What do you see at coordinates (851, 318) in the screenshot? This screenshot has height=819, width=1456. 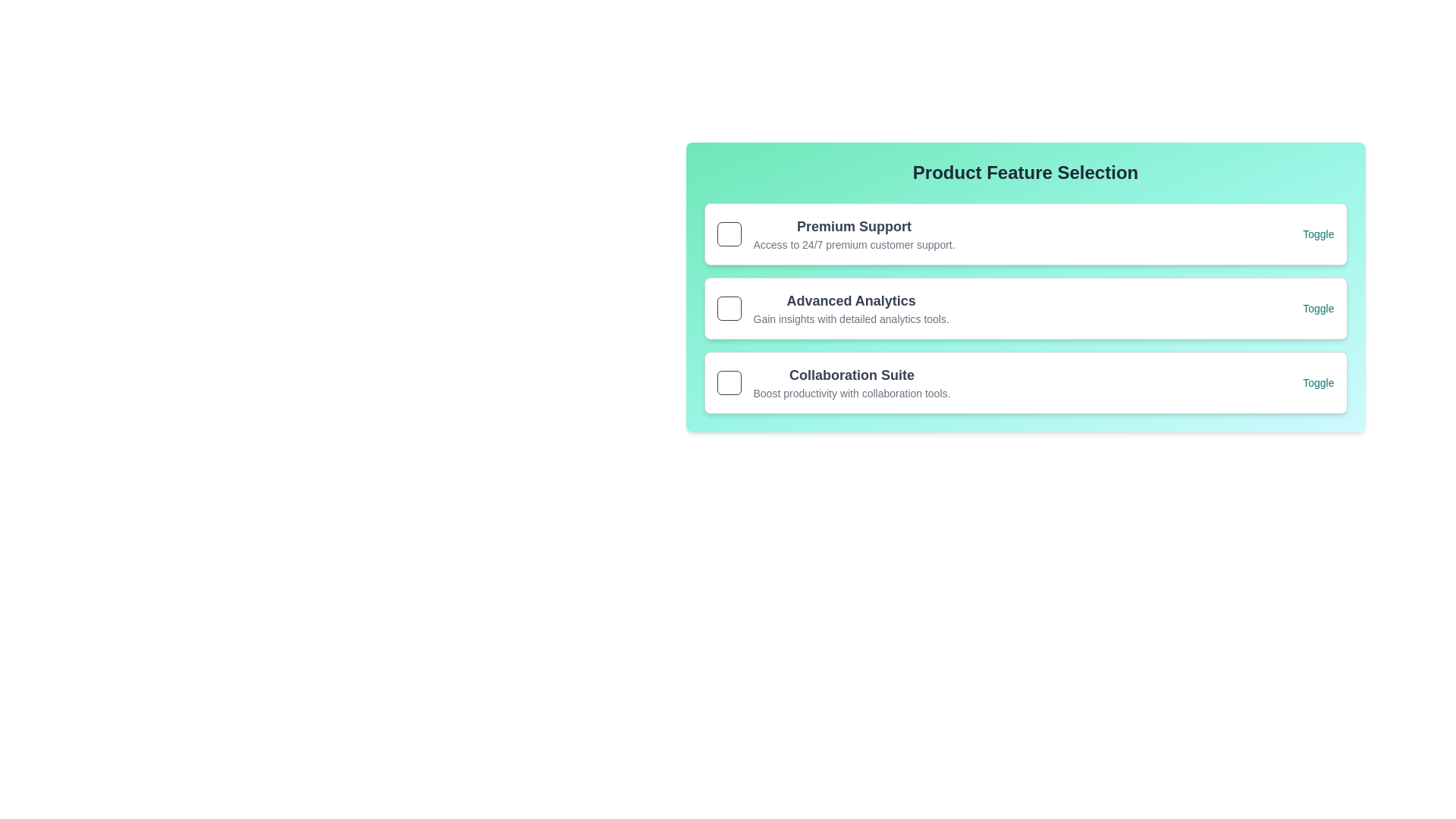 I see `the text label that reads 'Gain insights with detailed analytics tools.' which is located below the 'Advanced Analytics' title in the feature options panel` at bounding box center [851, 318].